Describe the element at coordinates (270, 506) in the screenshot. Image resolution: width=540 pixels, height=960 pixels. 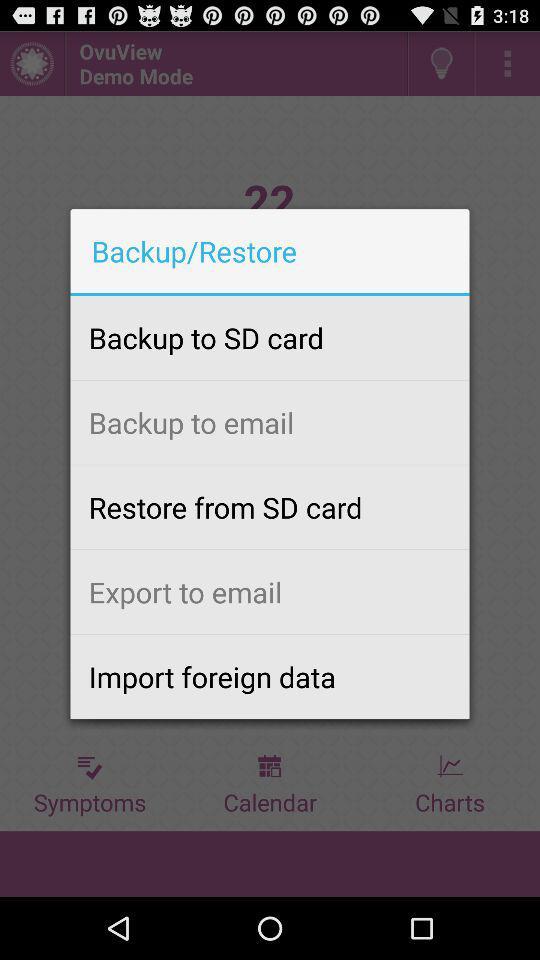
I see `icon below the backup to email` at that location.